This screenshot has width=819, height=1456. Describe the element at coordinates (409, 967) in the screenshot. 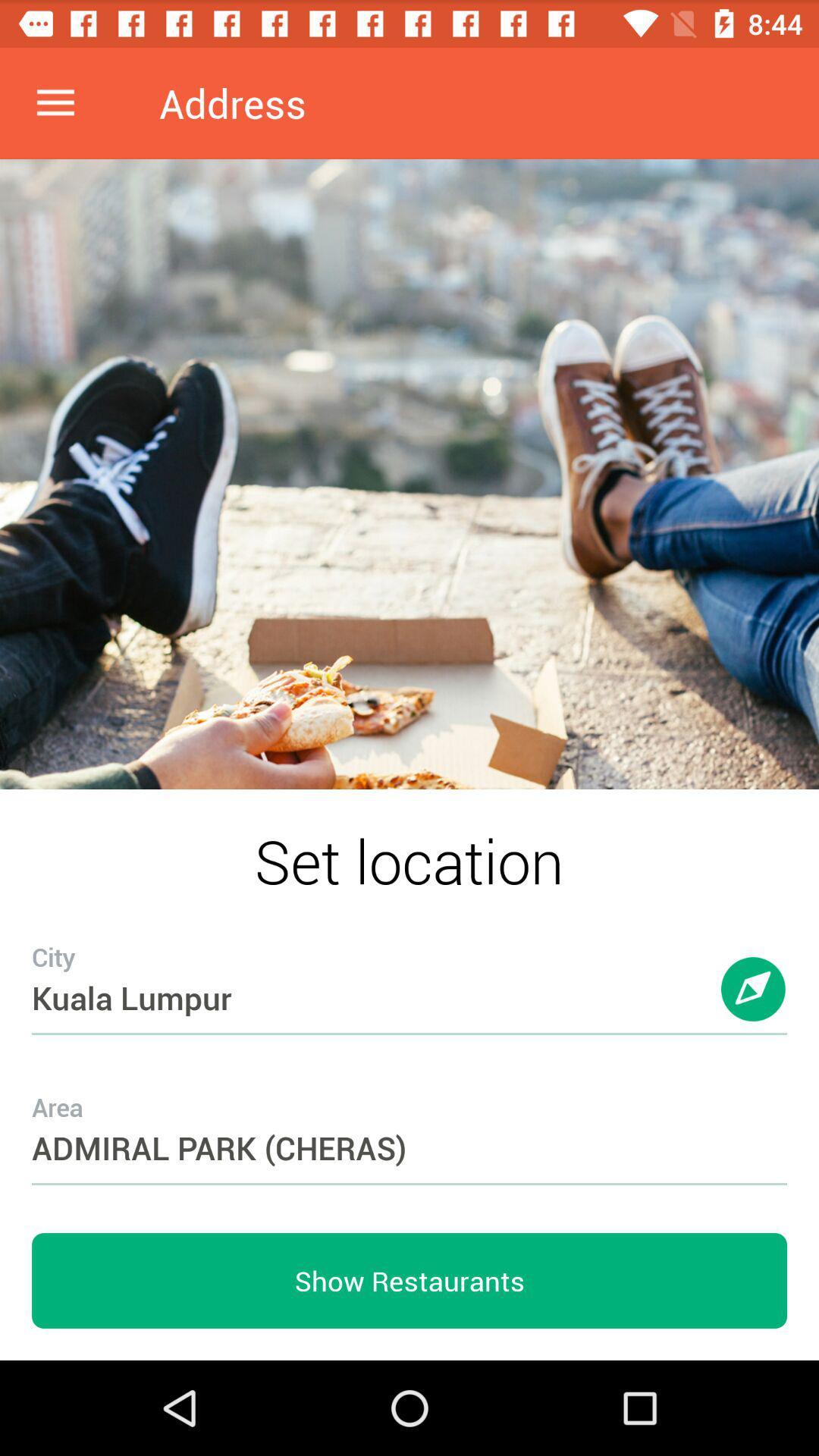

I see `the kuala lumpur item` at that location.